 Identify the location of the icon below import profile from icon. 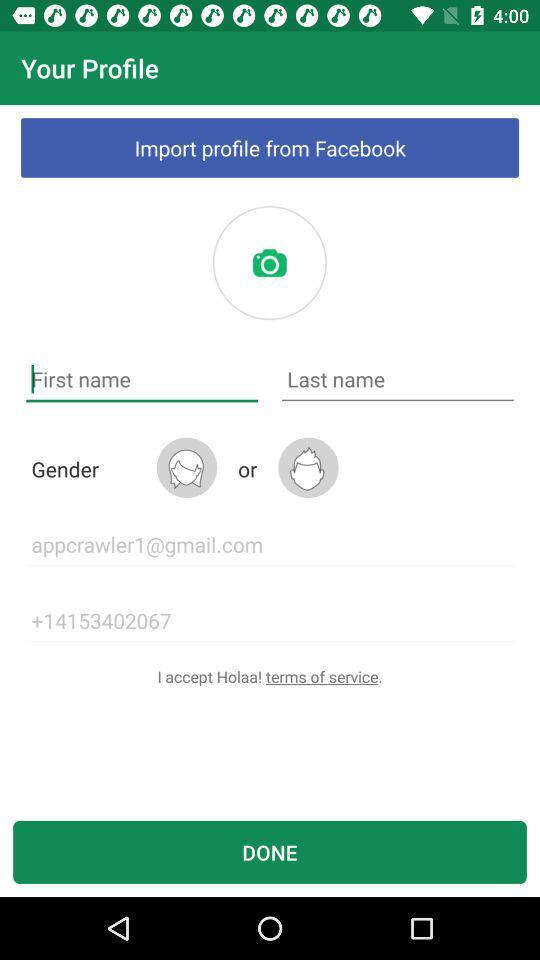
(269, 262).